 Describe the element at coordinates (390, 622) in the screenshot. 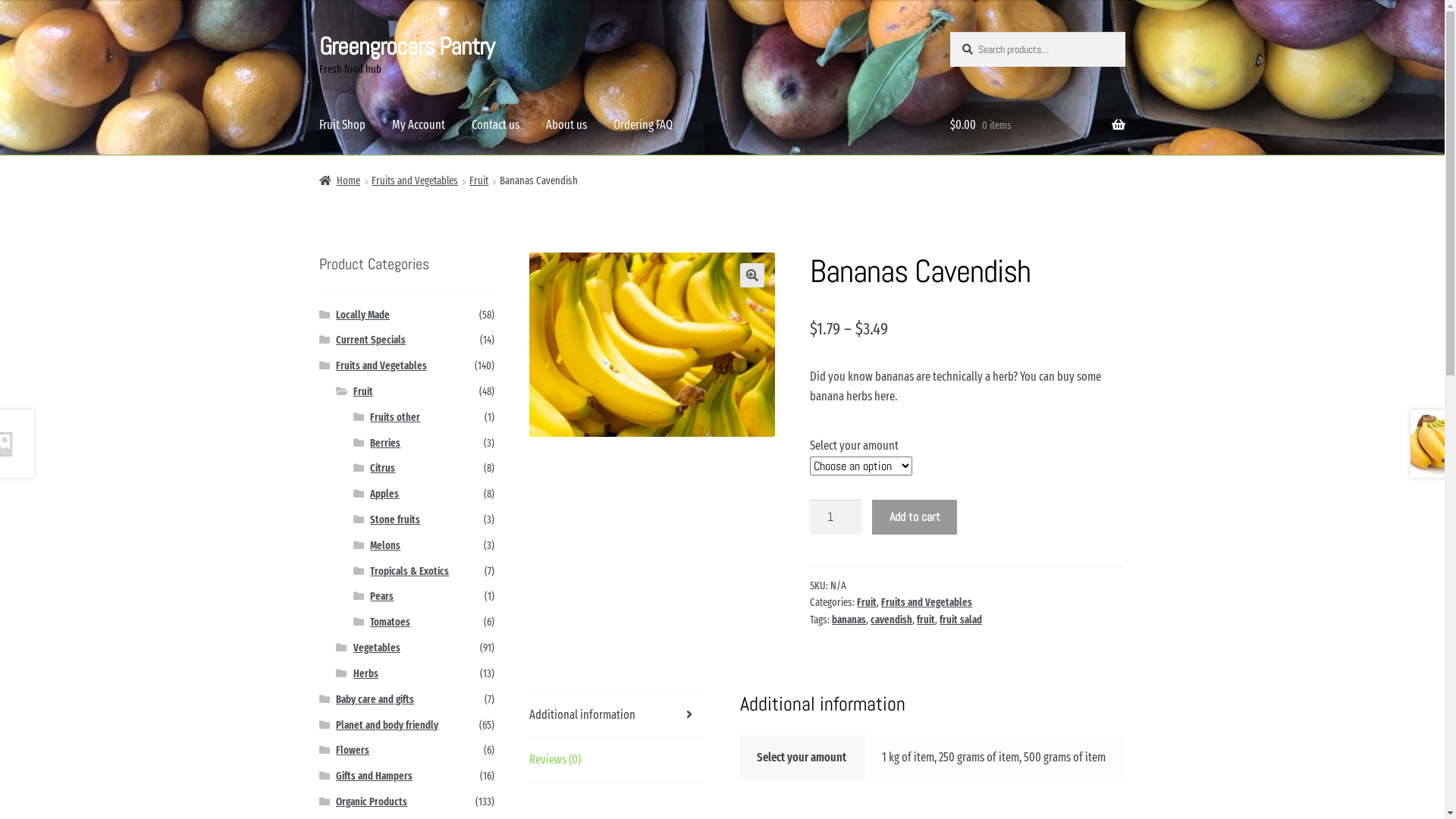

I see `'Tomatoes'` at that location.